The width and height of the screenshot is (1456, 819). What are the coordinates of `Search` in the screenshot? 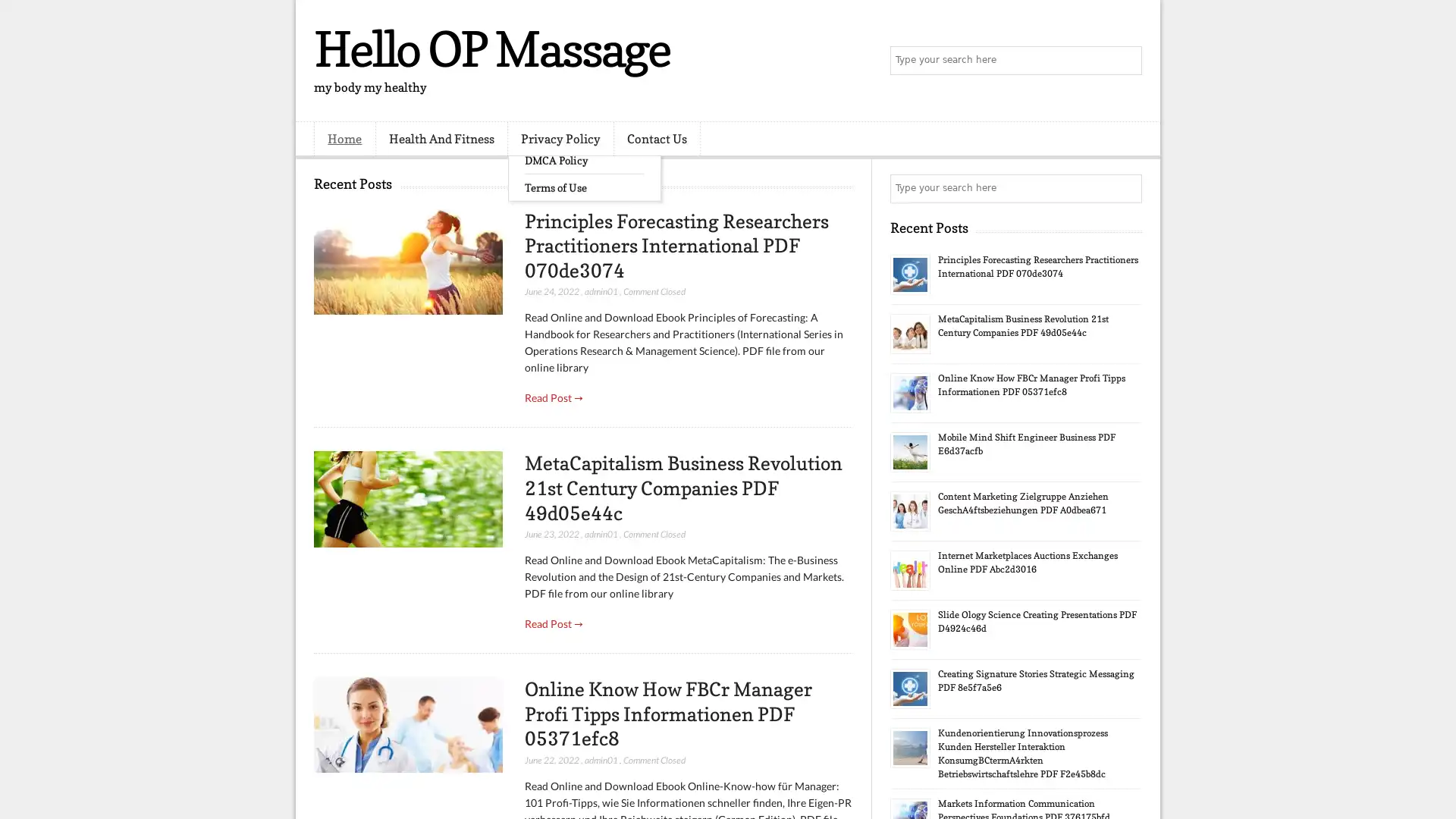 It's located at (1126, 188).